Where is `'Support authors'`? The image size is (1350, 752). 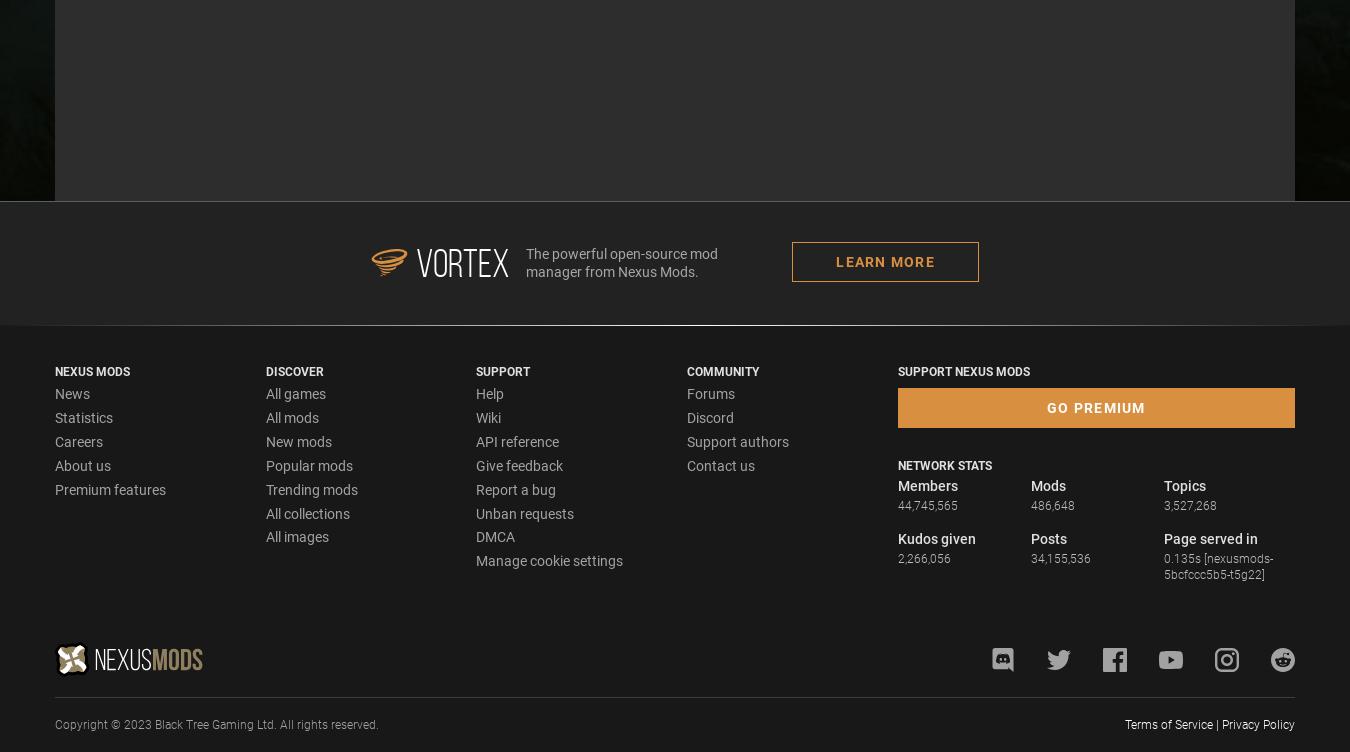 'Support authors' is located at coordinates (737, 440).